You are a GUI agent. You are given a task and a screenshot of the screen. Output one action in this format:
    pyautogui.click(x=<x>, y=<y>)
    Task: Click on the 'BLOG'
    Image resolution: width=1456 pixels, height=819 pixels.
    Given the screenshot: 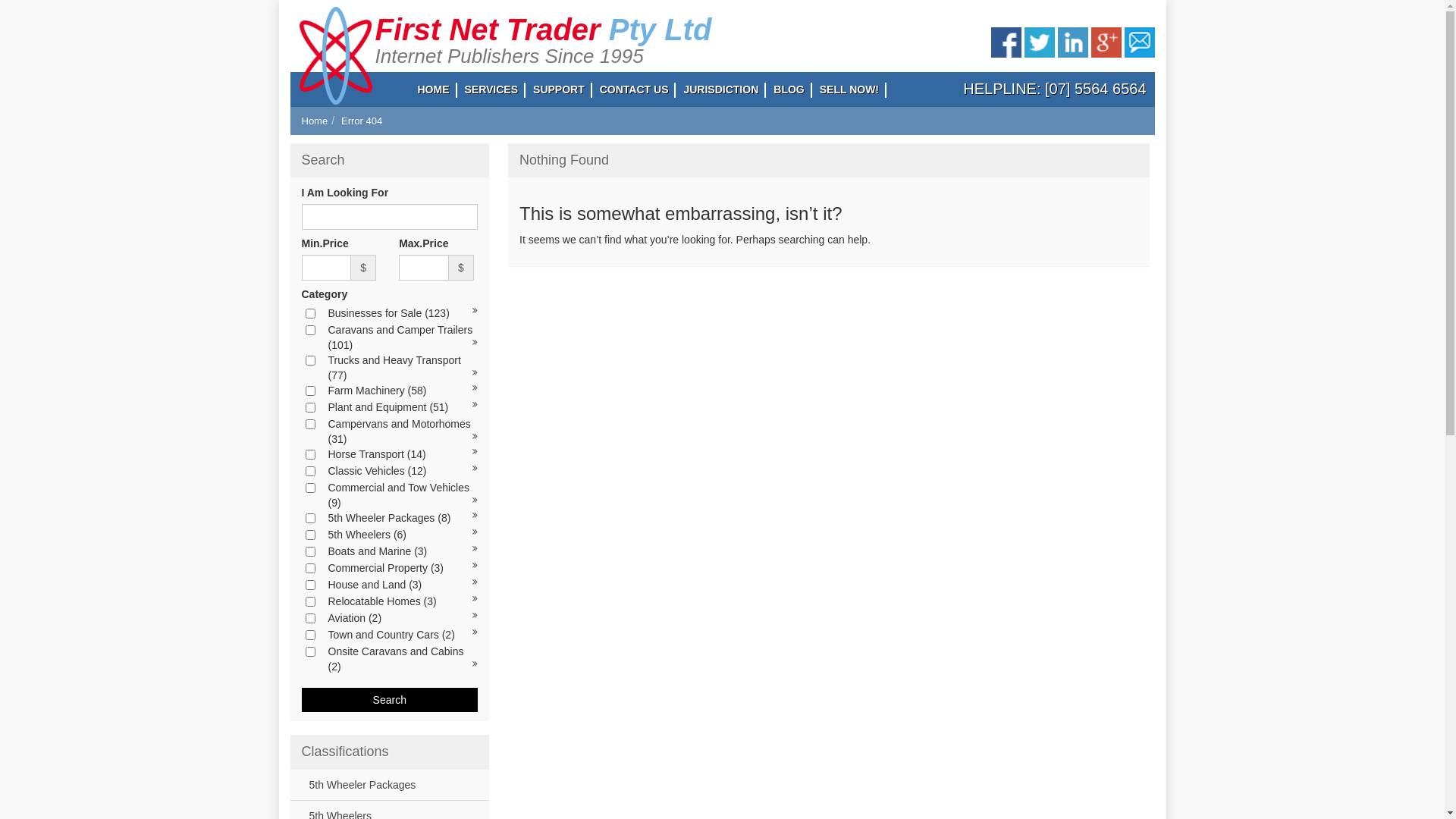 What is the action you would take?
    pyautogui.click(x=789, y=89)
    